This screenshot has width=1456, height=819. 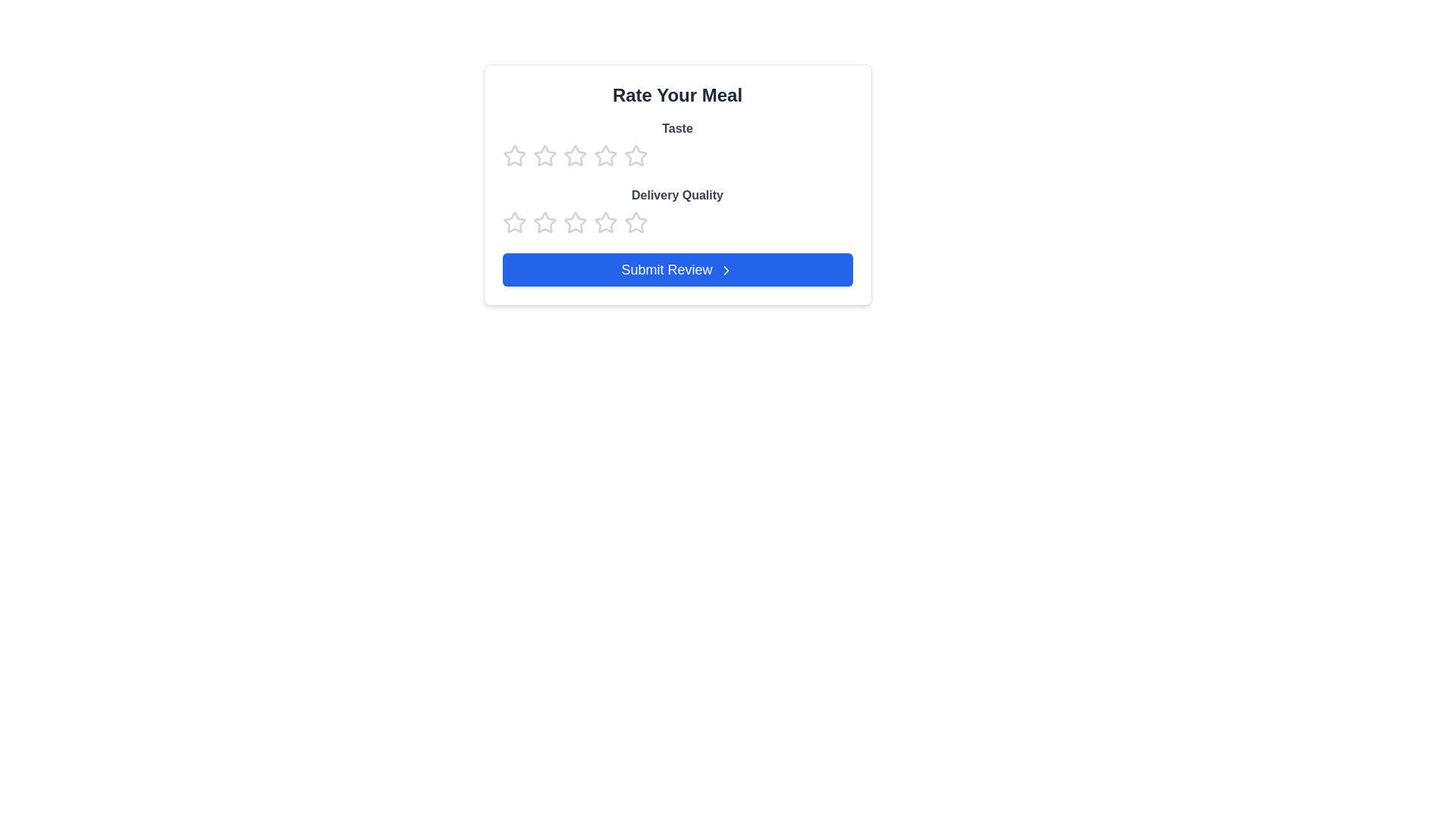 I want to click on the second star-shaped icon in the rating section labeled 'Taste' to rate it, so click(x=544, y=155).